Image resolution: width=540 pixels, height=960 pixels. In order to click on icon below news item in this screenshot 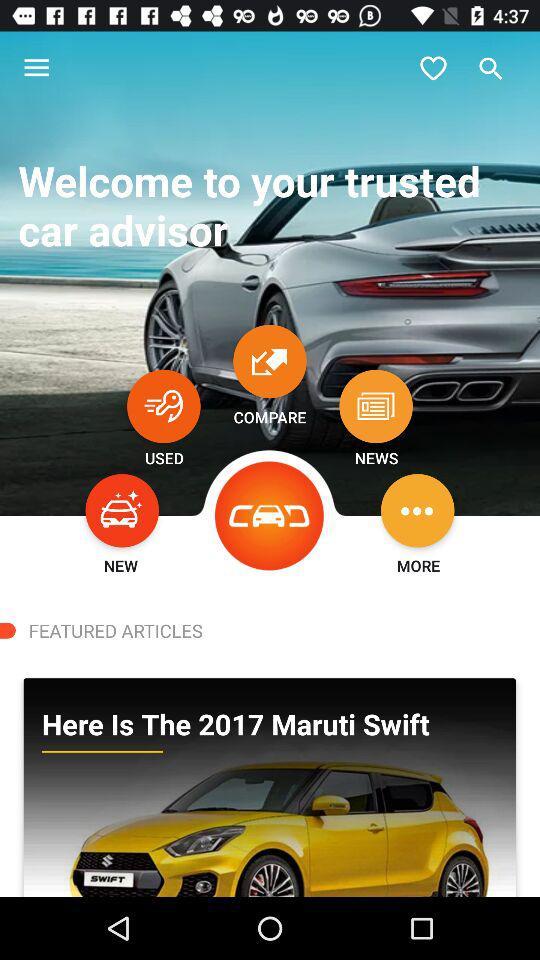, I will do `click(416, 509)`.